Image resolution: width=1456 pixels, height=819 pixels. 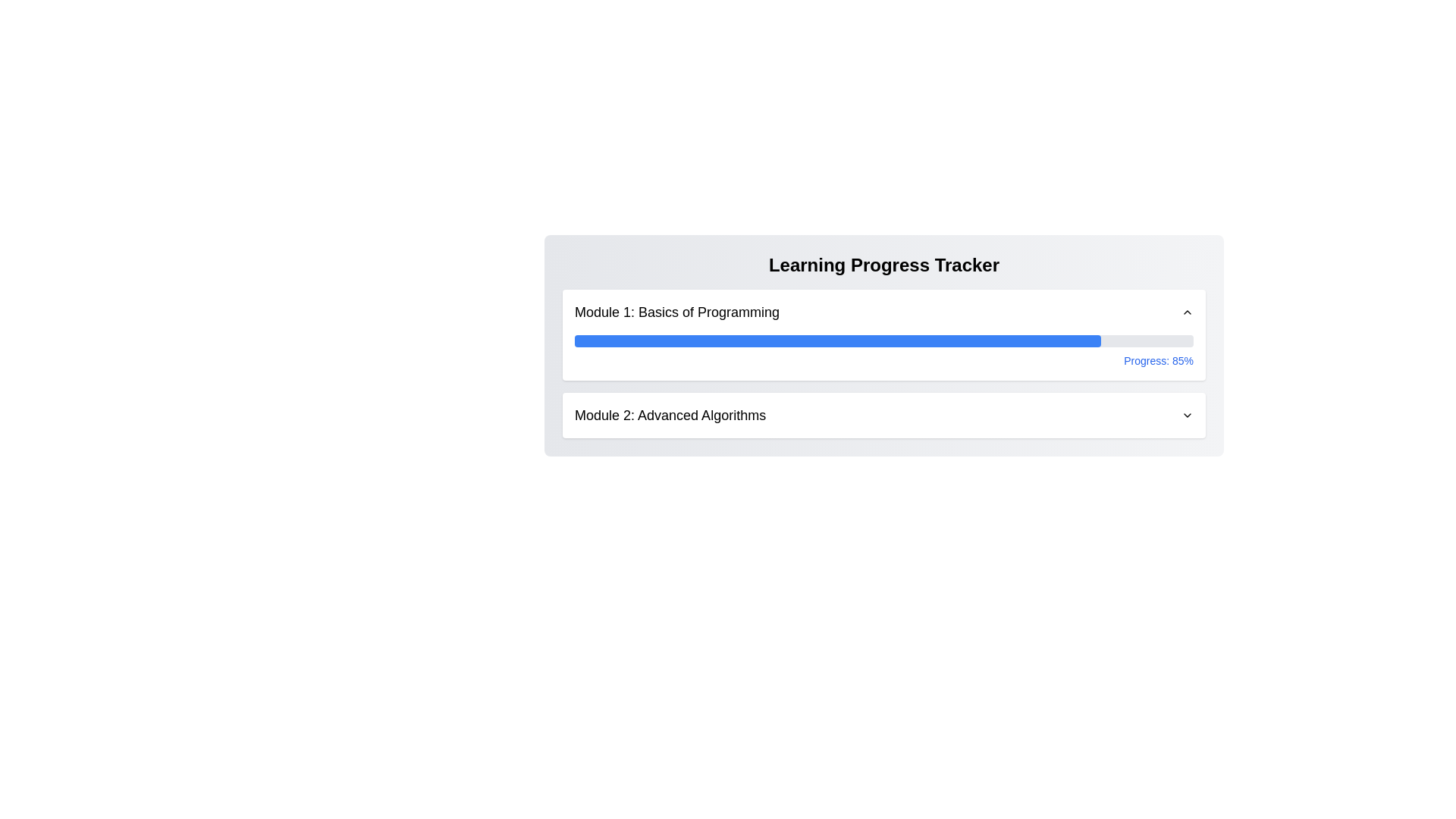 What do you see at coordinates (836, 341) in the screenshot?
I see `the progress bar representing 85% completion of Module 1 located under the 'Module 1: Basics of Programming' section` at bounding box center [836, 341].